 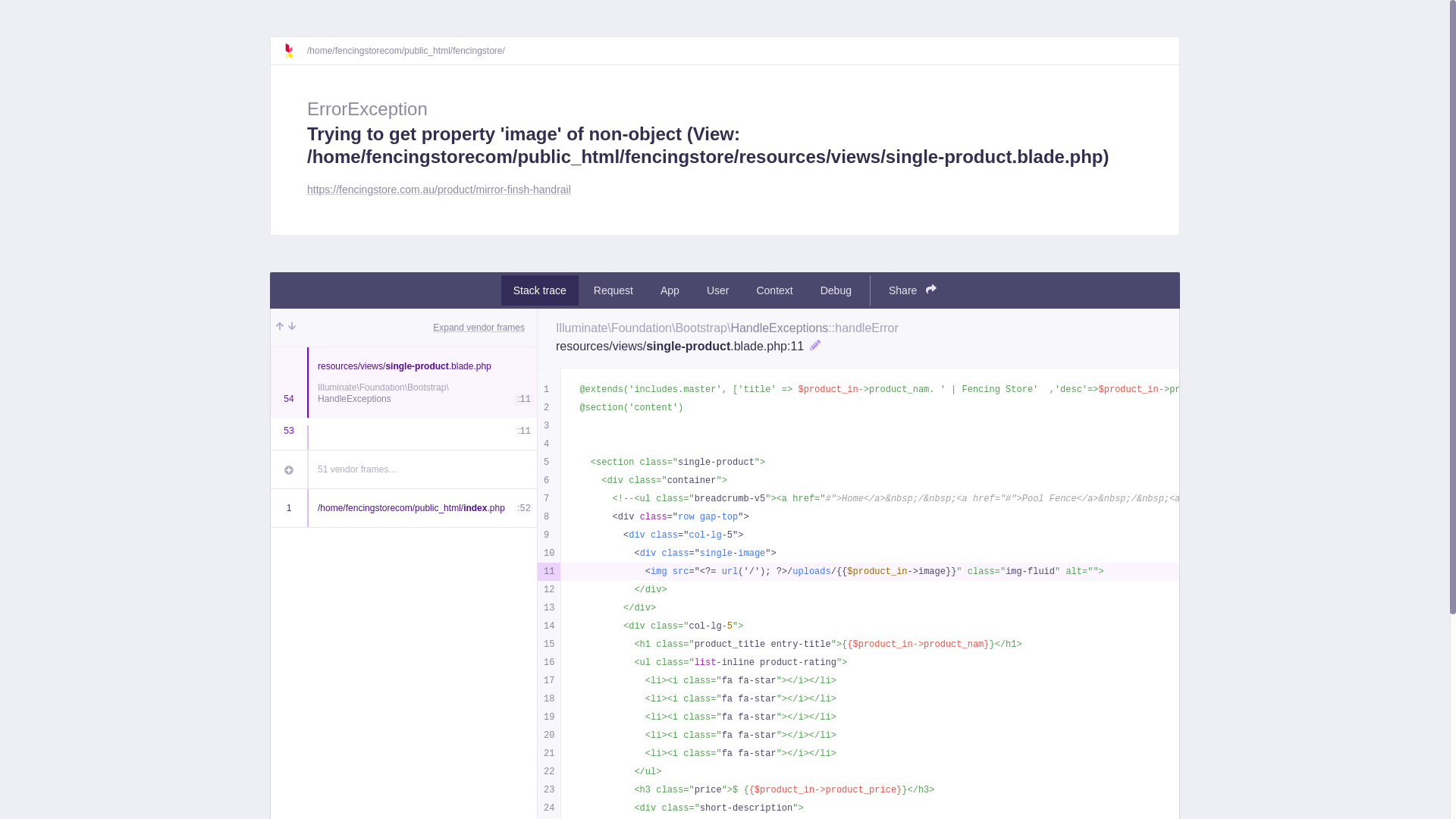 I want to click on 'Request', so click(x=613, y=290).